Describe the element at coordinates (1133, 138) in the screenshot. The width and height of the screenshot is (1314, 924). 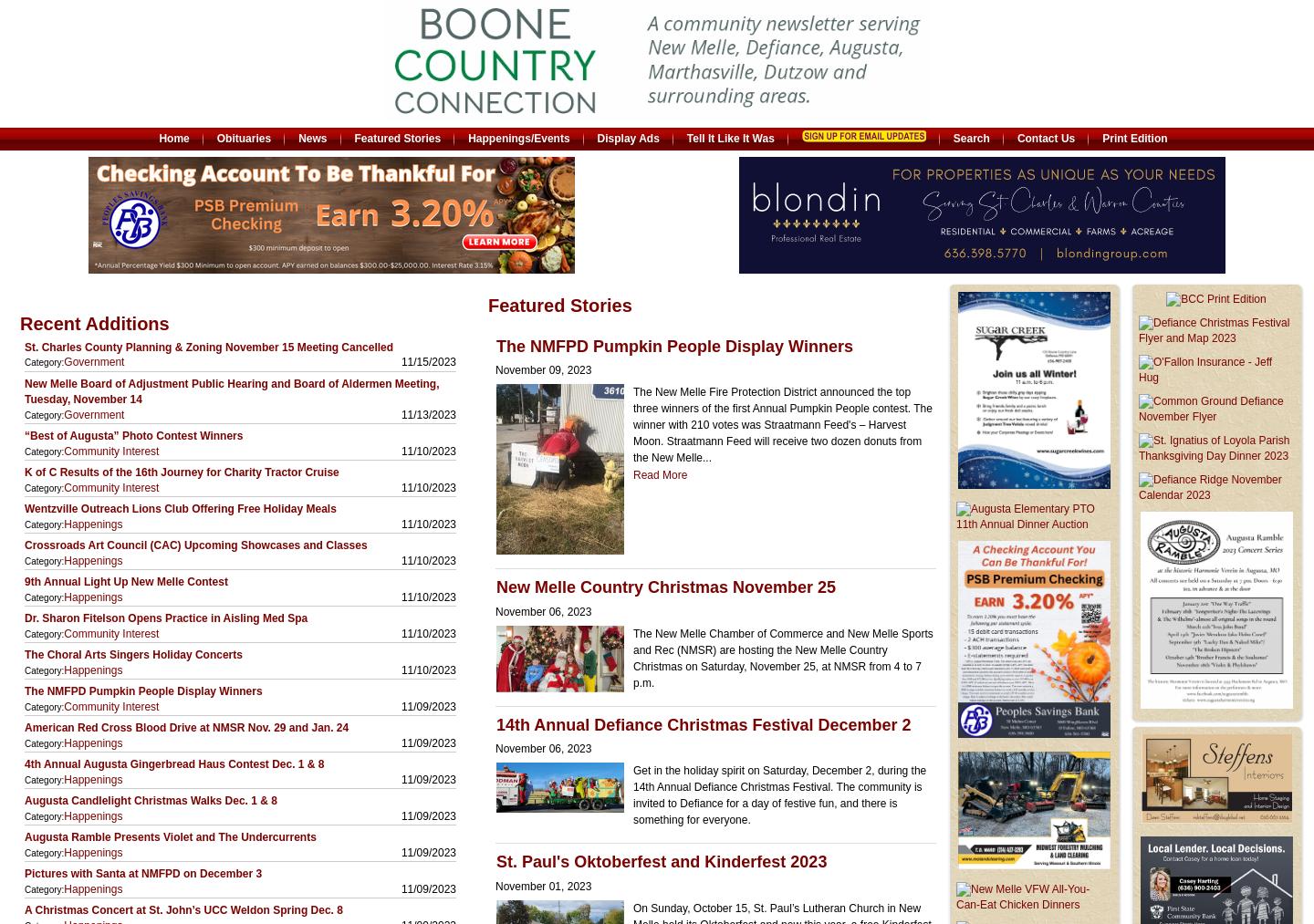
I see `'Print Edition'` at that location.